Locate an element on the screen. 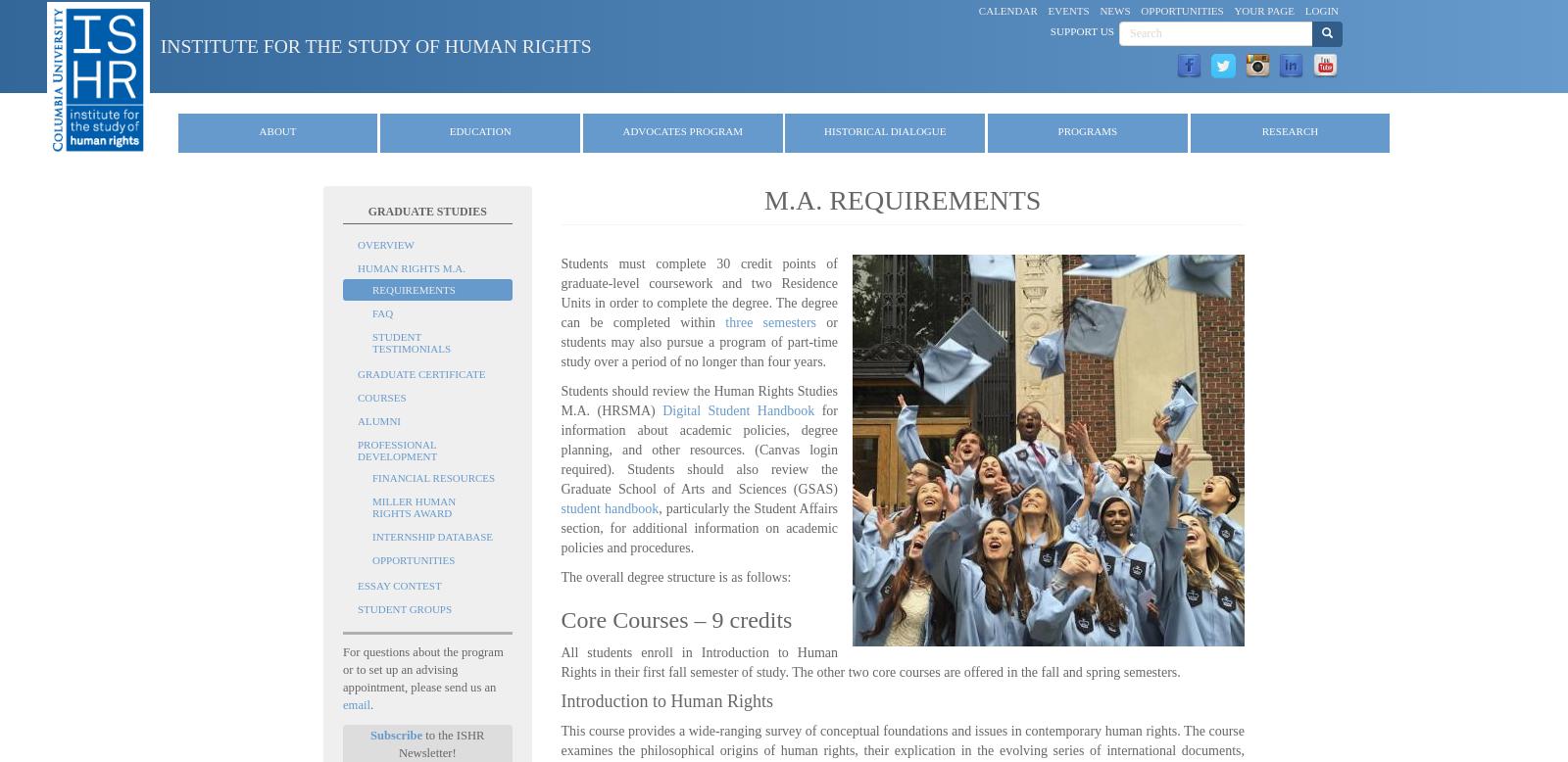 This screenshot has height=762, width=1568. 'Institute for the Study of Human Rights' is located at coordinates (375, 45).